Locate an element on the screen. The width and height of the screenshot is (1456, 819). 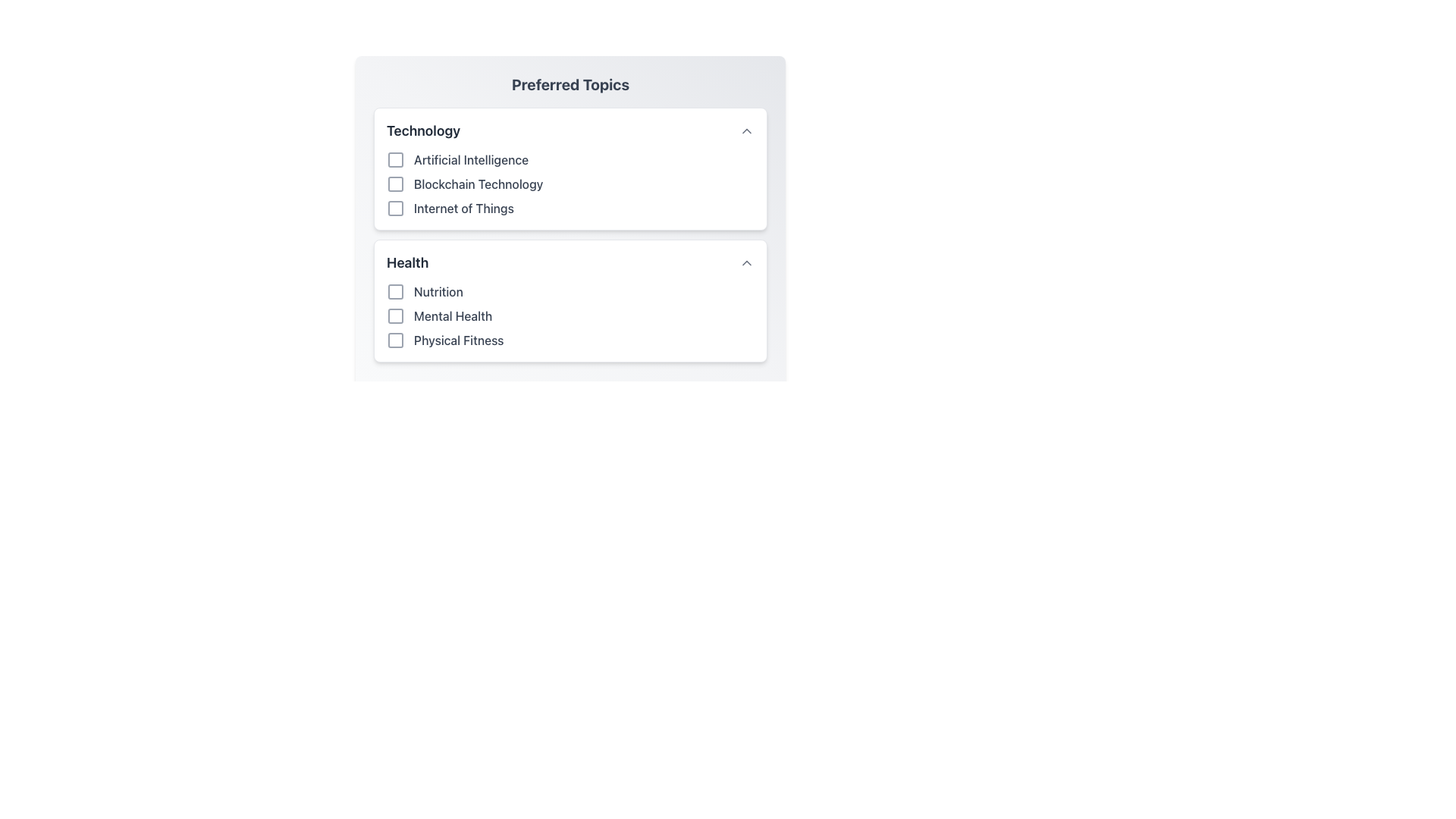
the grouped list of checkboxes labeled 'Nutrition', 'Mental Health', and 'Physical Fitness' is located at coordinates (570, 315).